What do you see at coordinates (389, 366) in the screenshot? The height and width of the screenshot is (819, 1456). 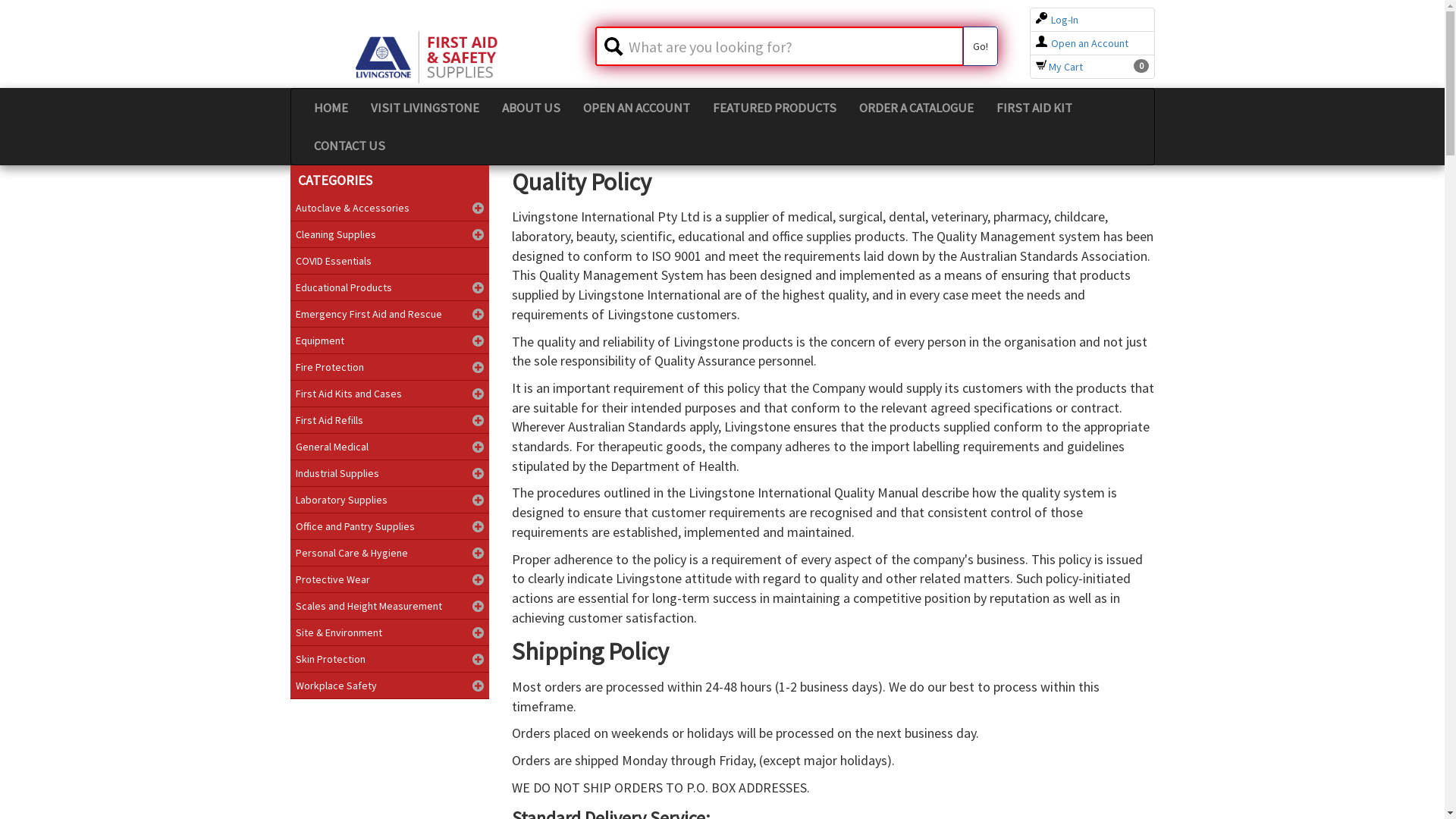 I see `'Fire Protection'` at bounding box center [389, 366].